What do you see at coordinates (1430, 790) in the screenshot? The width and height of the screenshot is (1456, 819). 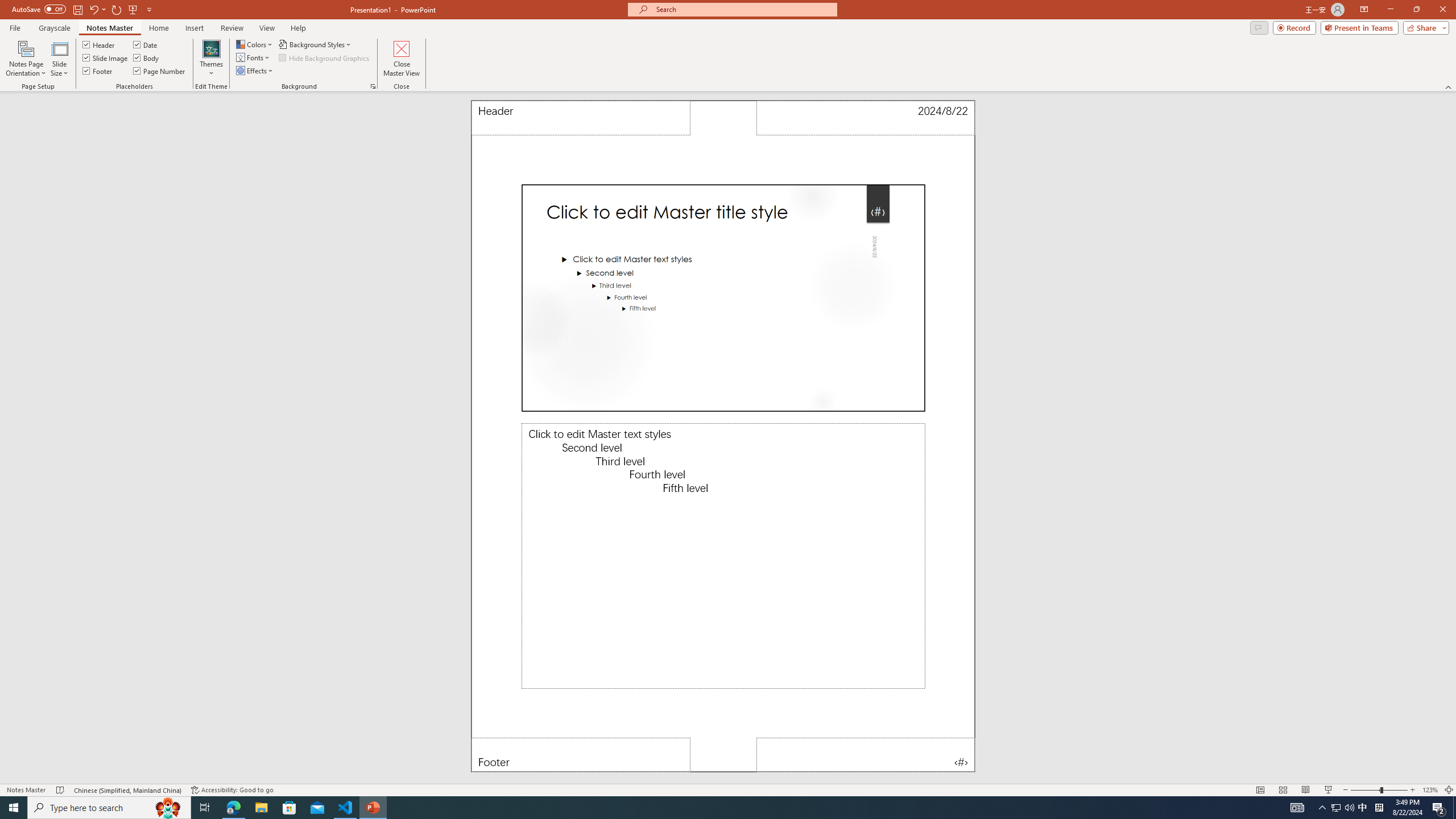 I see `'Zoom 123%'` at bounding box center [1430, 790].